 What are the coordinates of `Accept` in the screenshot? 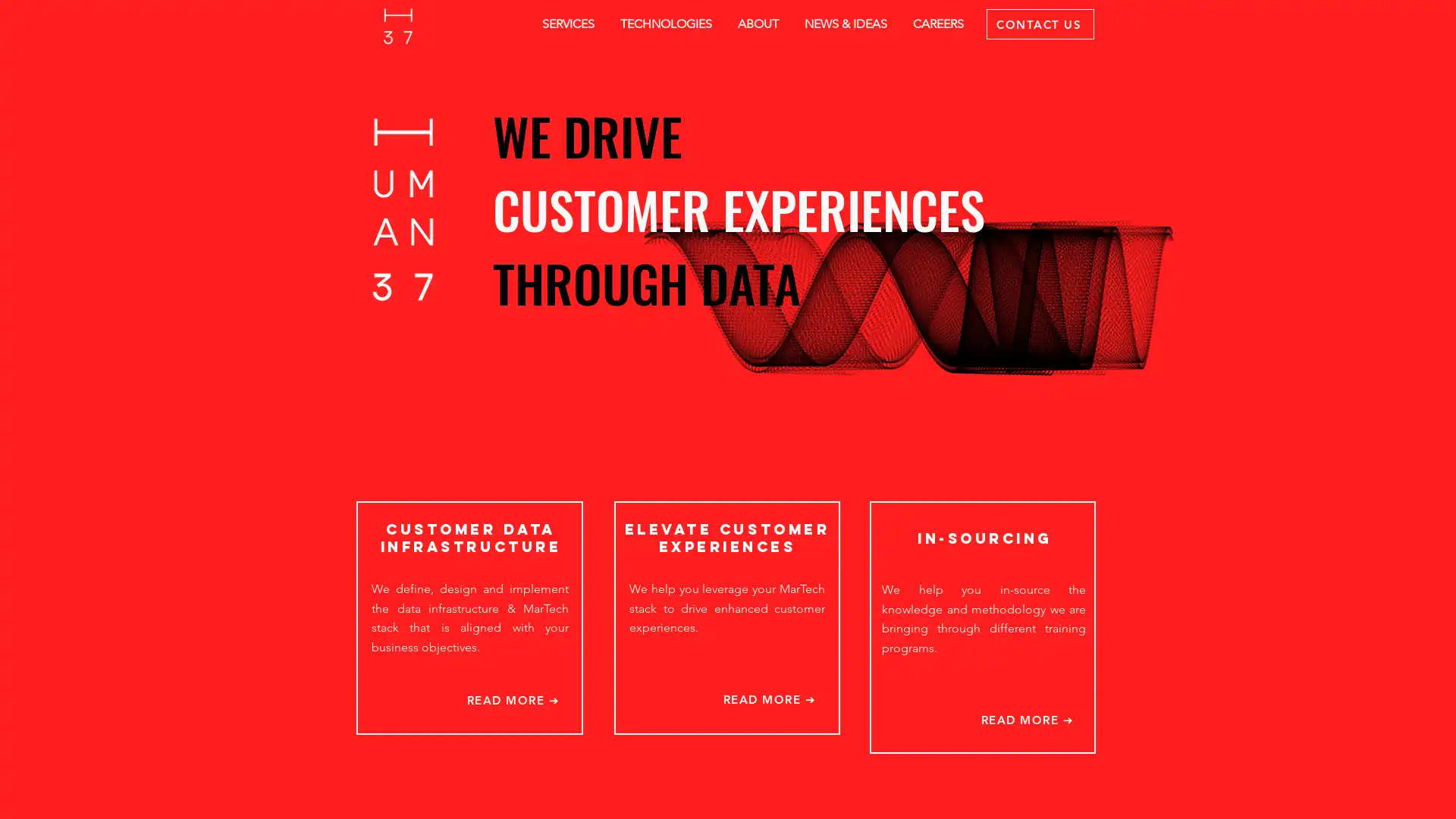 It's located at (1388, 794).